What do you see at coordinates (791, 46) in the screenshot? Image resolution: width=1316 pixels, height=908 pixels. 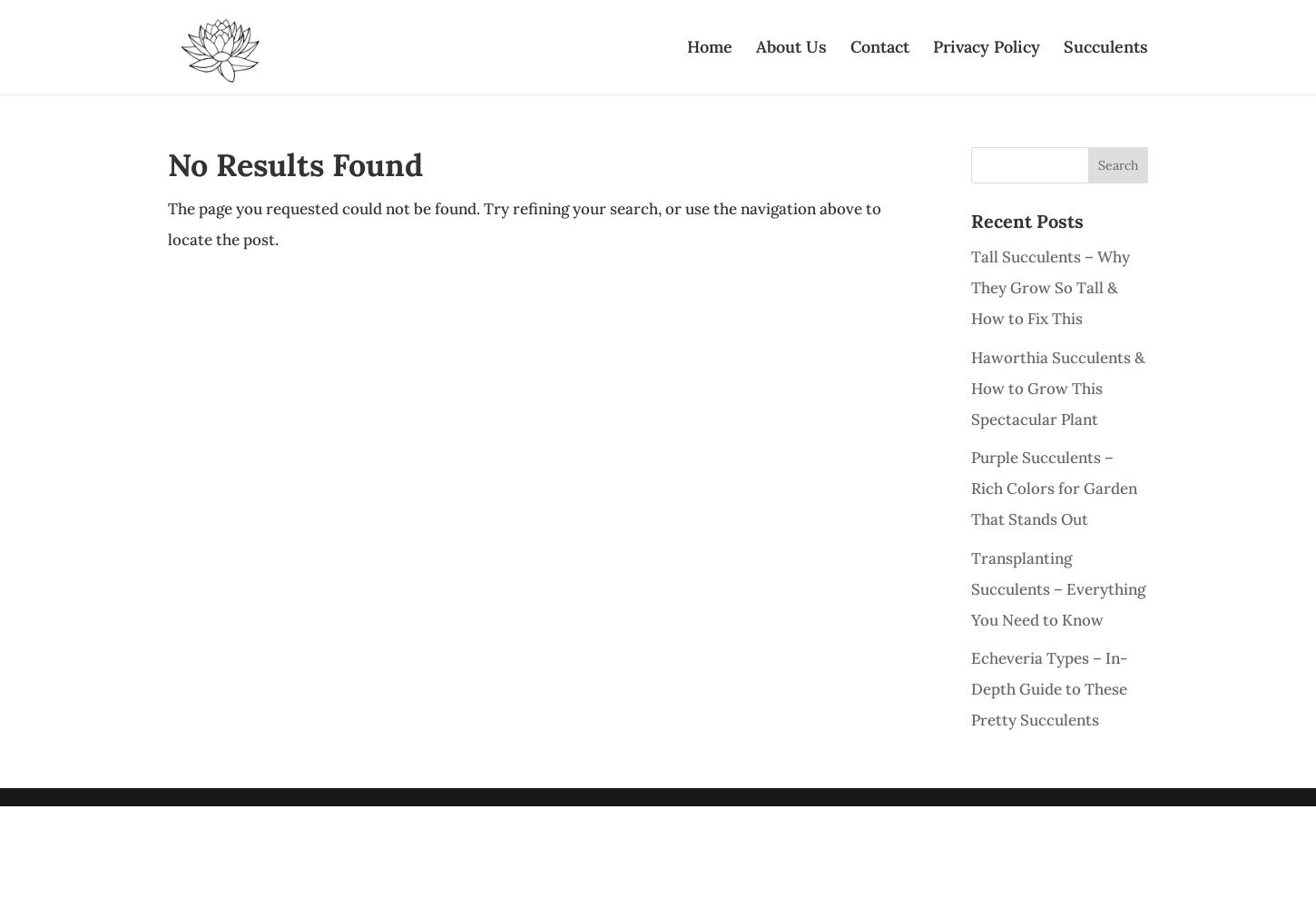 I see `'About Us'` at bounding box center [791, 46].